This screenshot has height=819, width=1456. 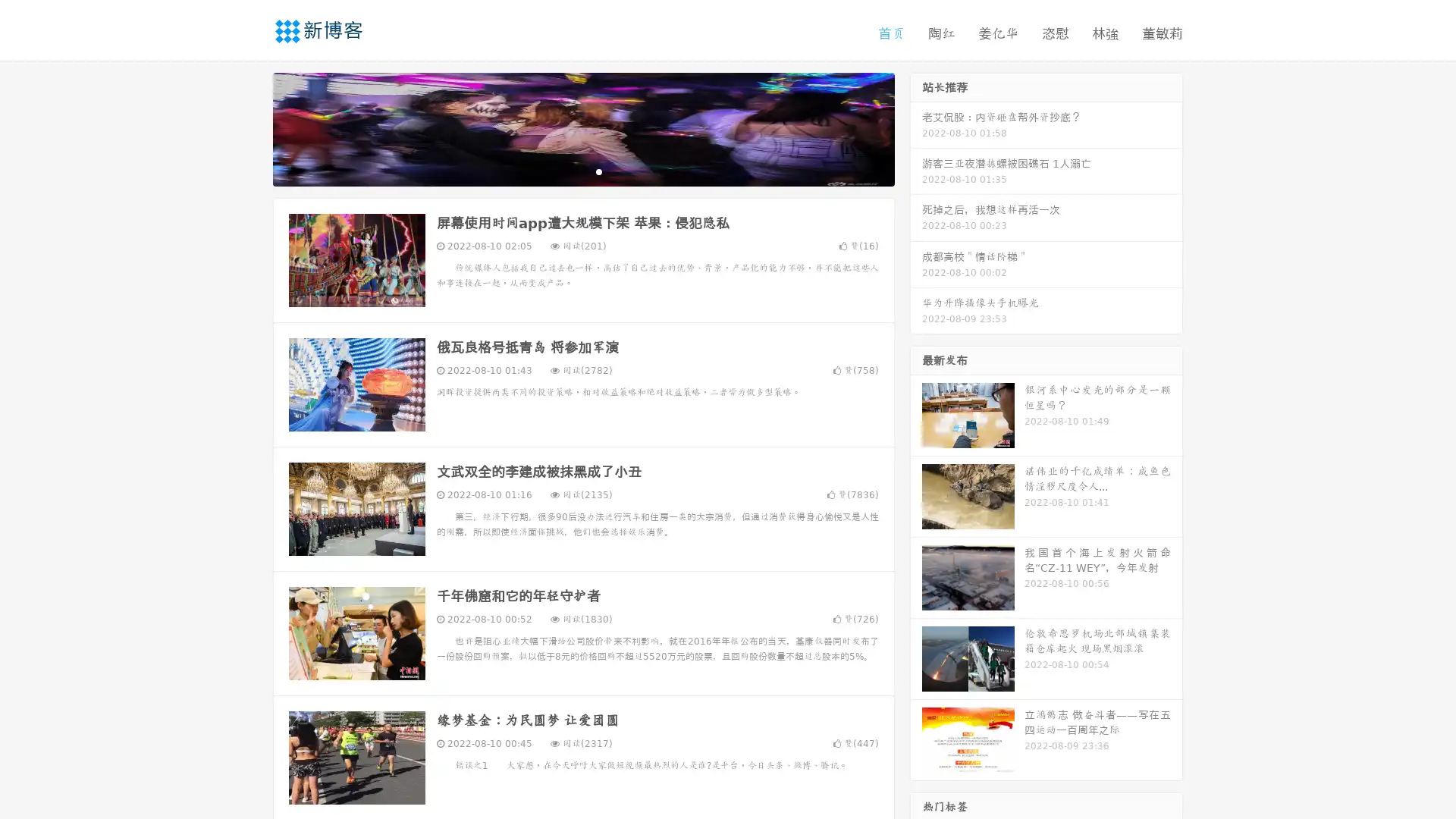 I want to click on Go to slide 1, so click(x=567, y=171).